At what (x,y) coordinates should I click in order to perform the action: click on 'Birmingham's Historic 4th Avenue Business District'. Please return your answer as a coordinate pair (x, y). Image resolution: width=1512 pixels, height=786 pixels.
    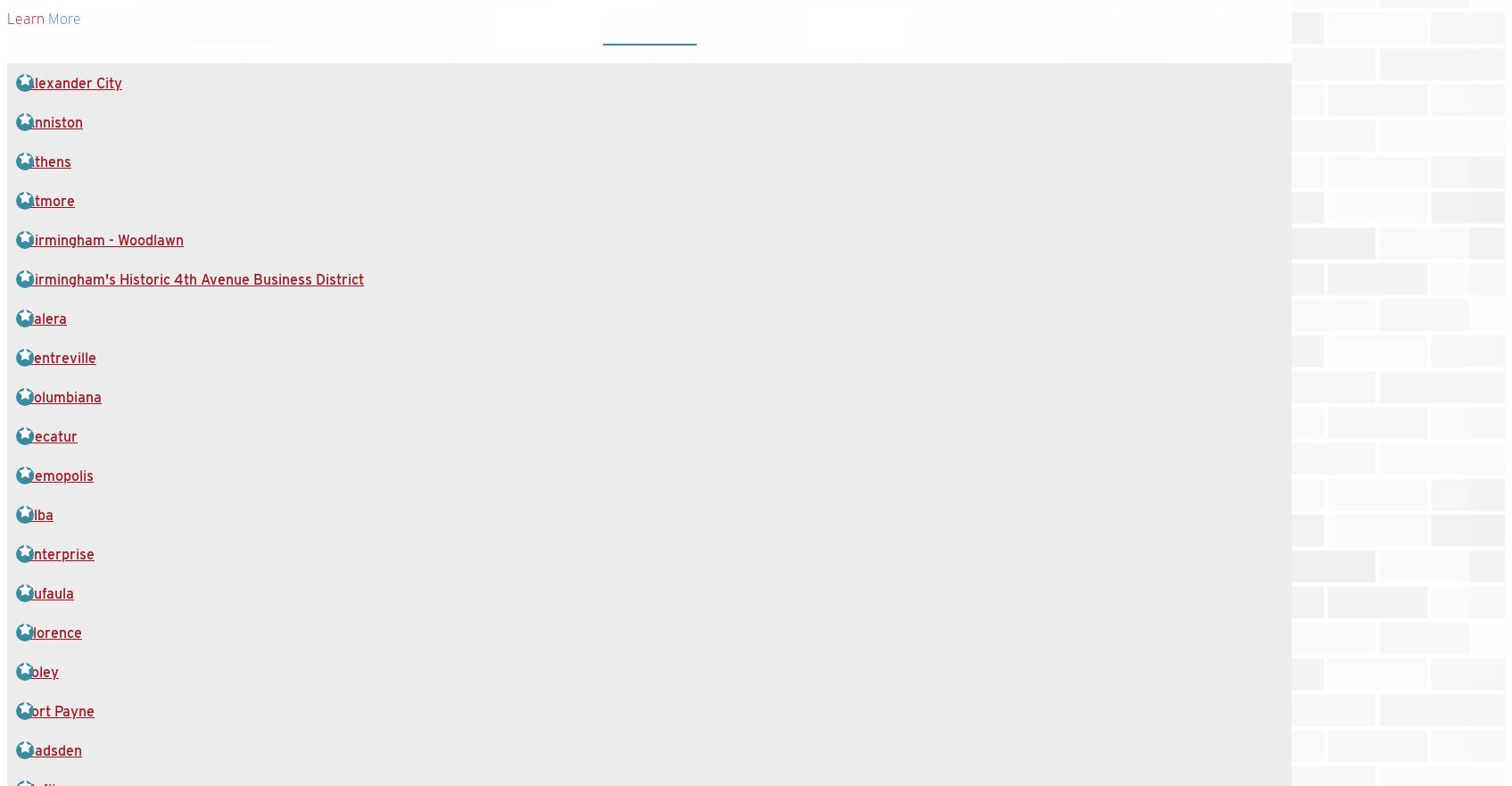
    Looking at the image, I should click on (193, 279).